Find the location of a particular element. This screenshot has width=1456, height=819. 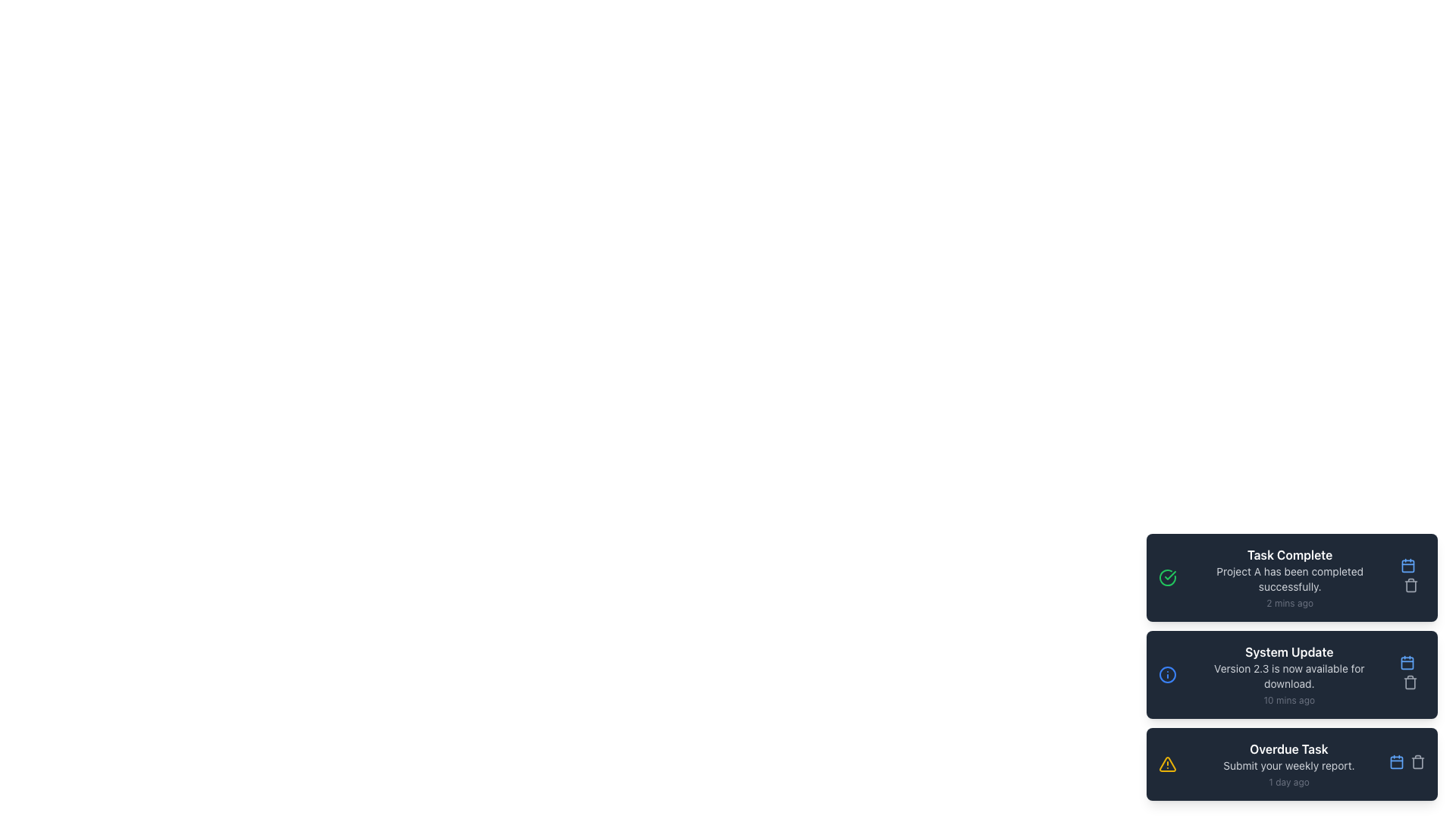

the green check marker icon within the 'Task Complete' notification card is located at coordinates (1169, 576).